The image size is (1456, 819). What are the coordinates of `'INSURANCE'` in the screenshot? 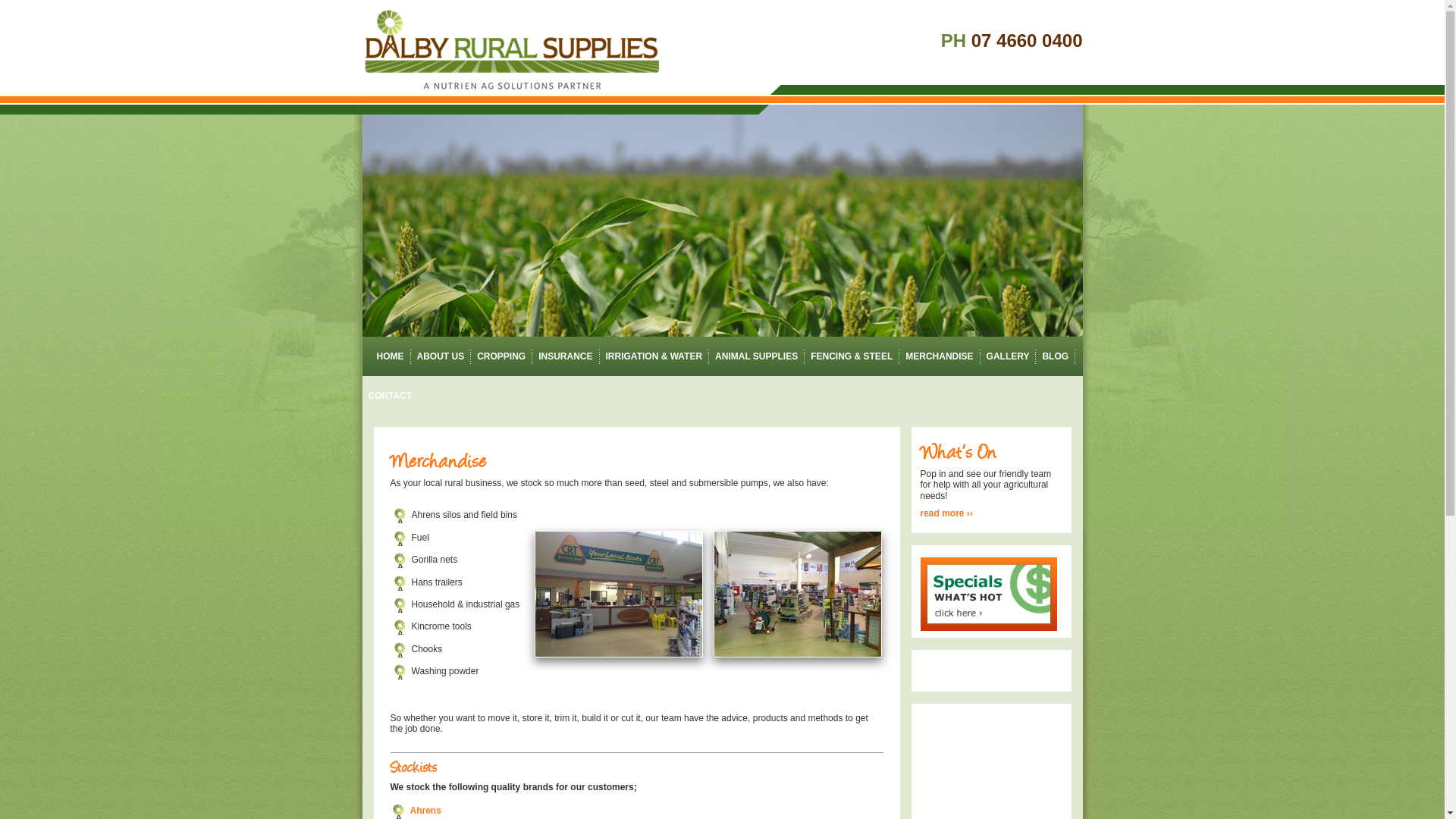 It's located at (564, 356).